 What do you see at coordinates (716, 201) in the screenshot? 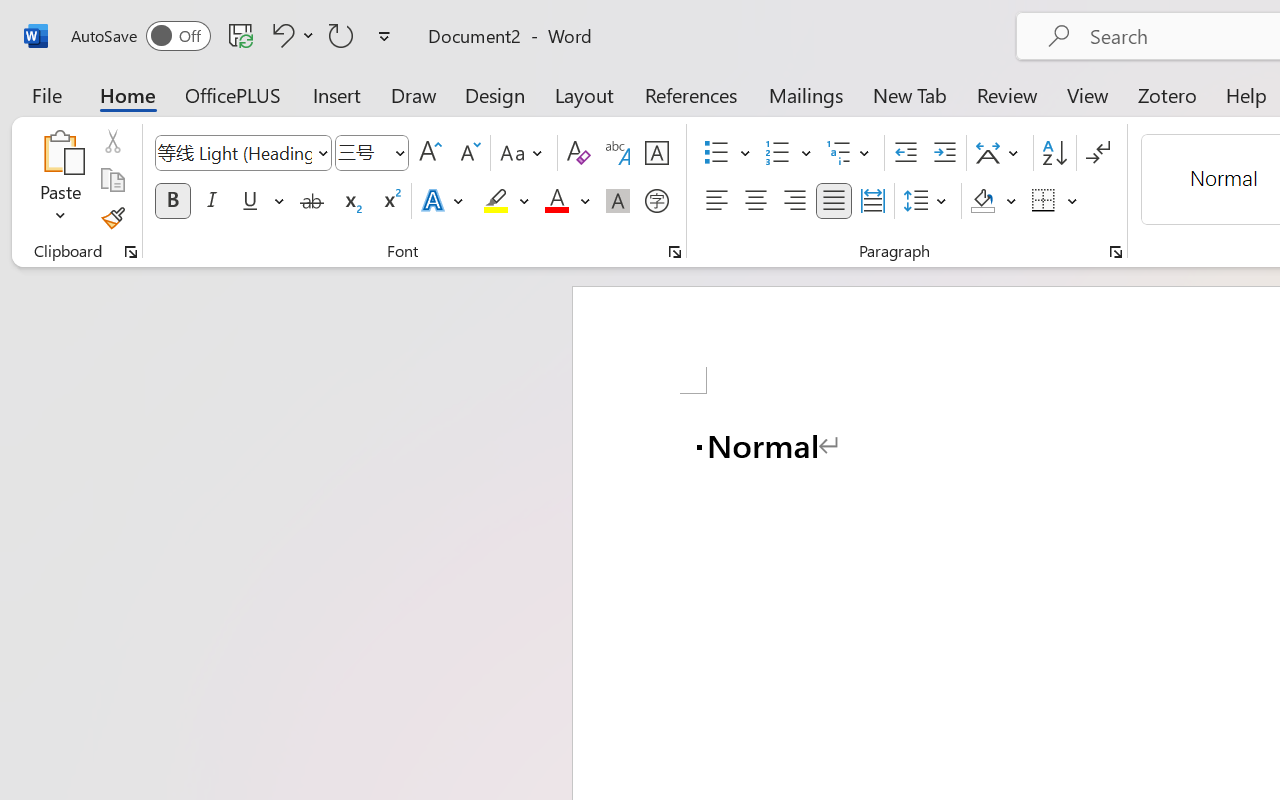
I see `'Align Left'` at bounding box center [716, 201].